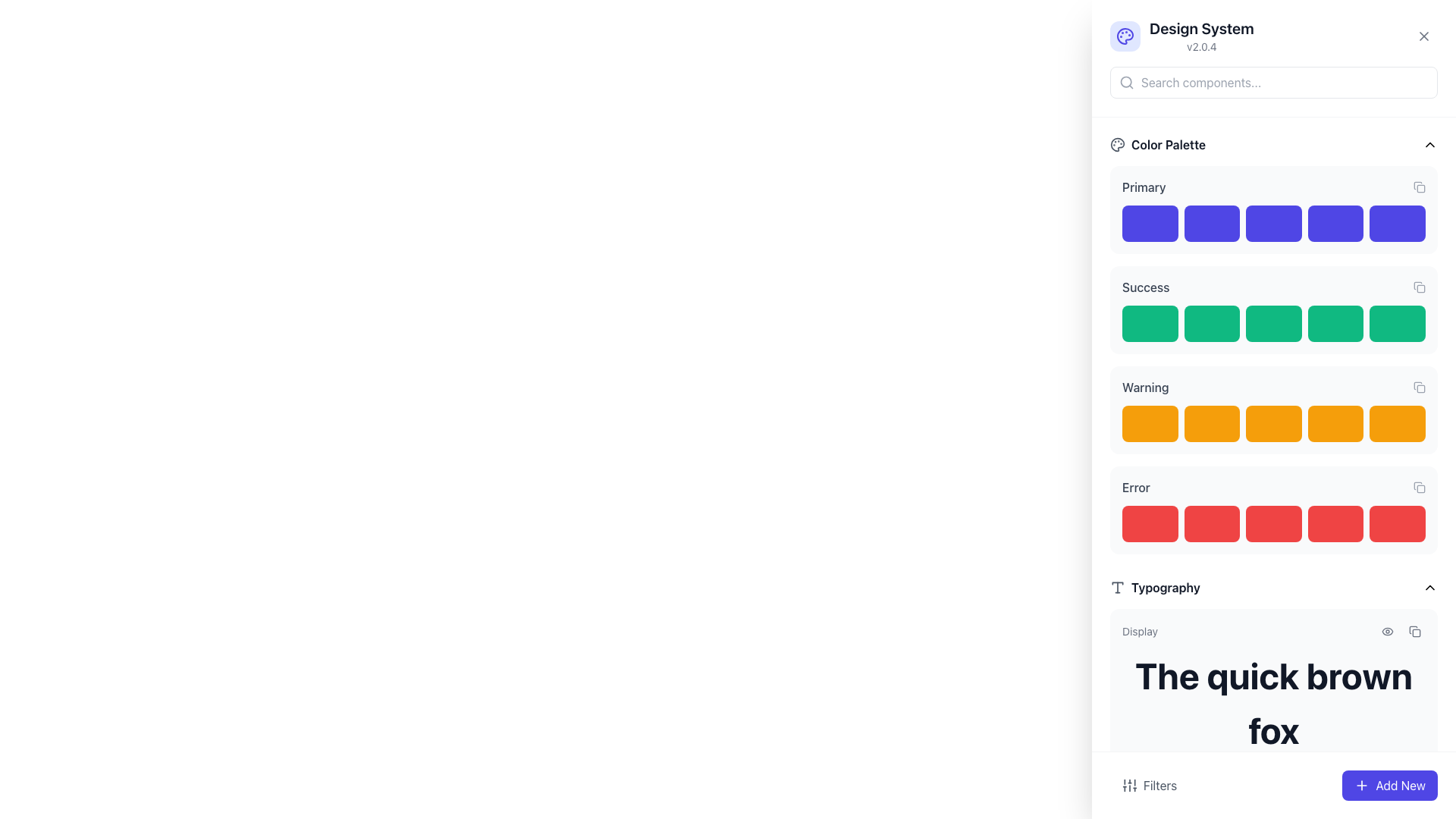  What do you see at coordinates (1419, 488) in the screenshot?
I see `the duplication icon button located on the far right side of the 'Error' section within the color palette group for accessibility actions` at bounding box center [1419, 488].